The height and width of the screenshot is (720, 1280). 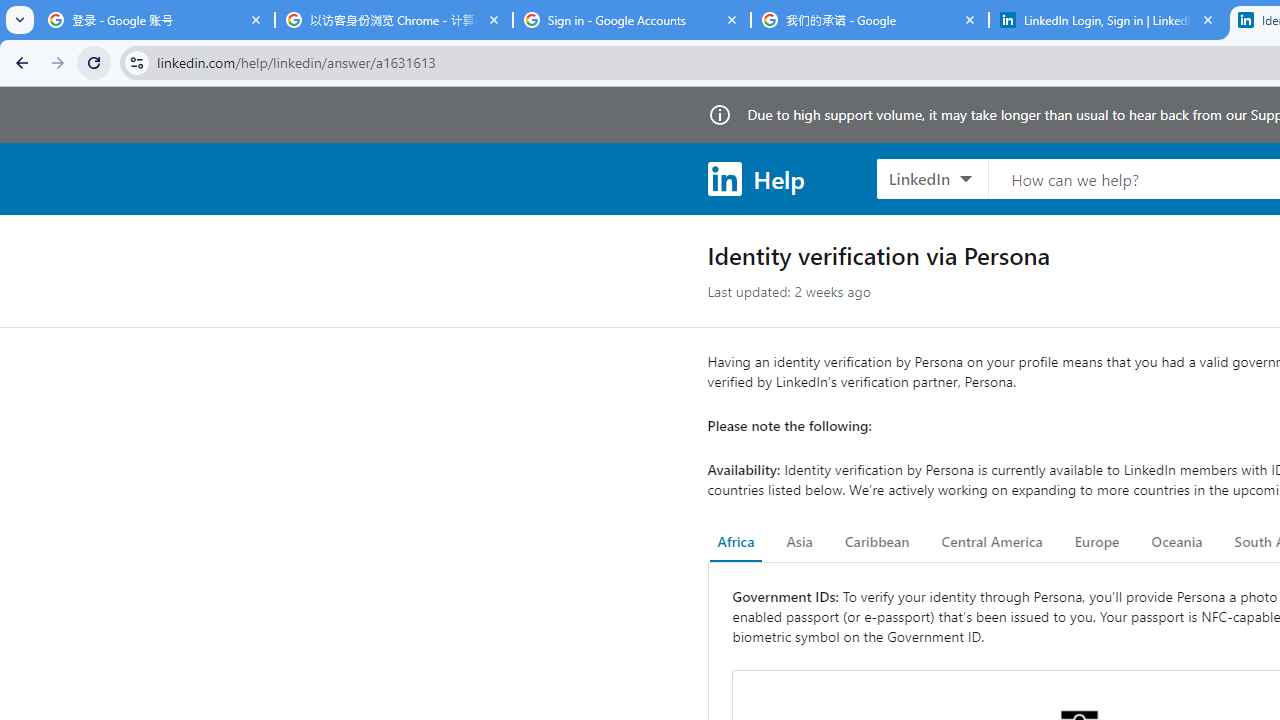 What do you see at coordinates (1107, 20) in the screenshot?
I see `'LinkedIn Login, Sign in | LinkedIn'` at bounding box center [1107, 20].